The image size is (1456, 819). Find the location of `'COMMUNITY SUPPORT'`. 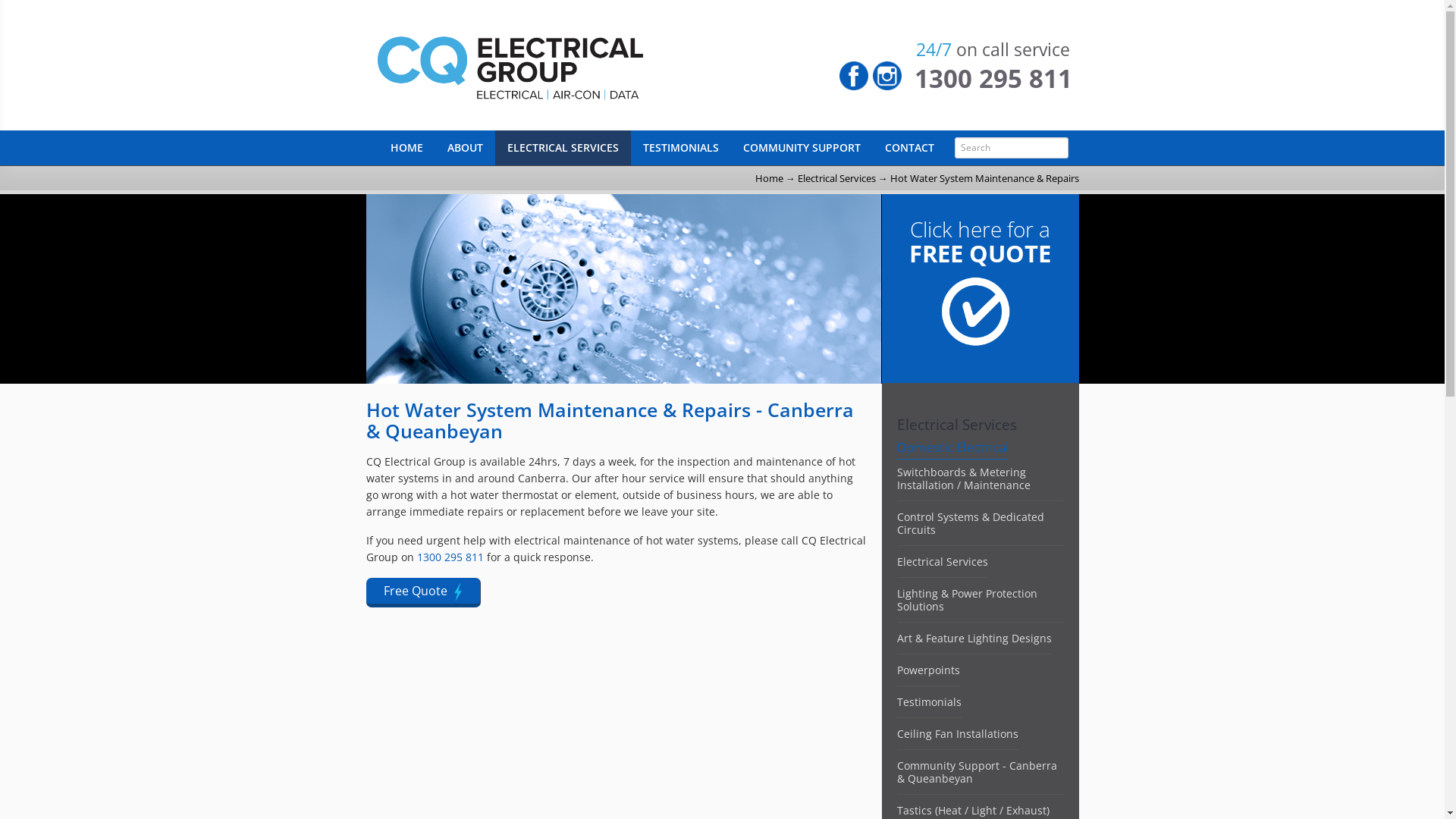

'COMMUNITY SUPPORT' is located at coordinates (801, 148).